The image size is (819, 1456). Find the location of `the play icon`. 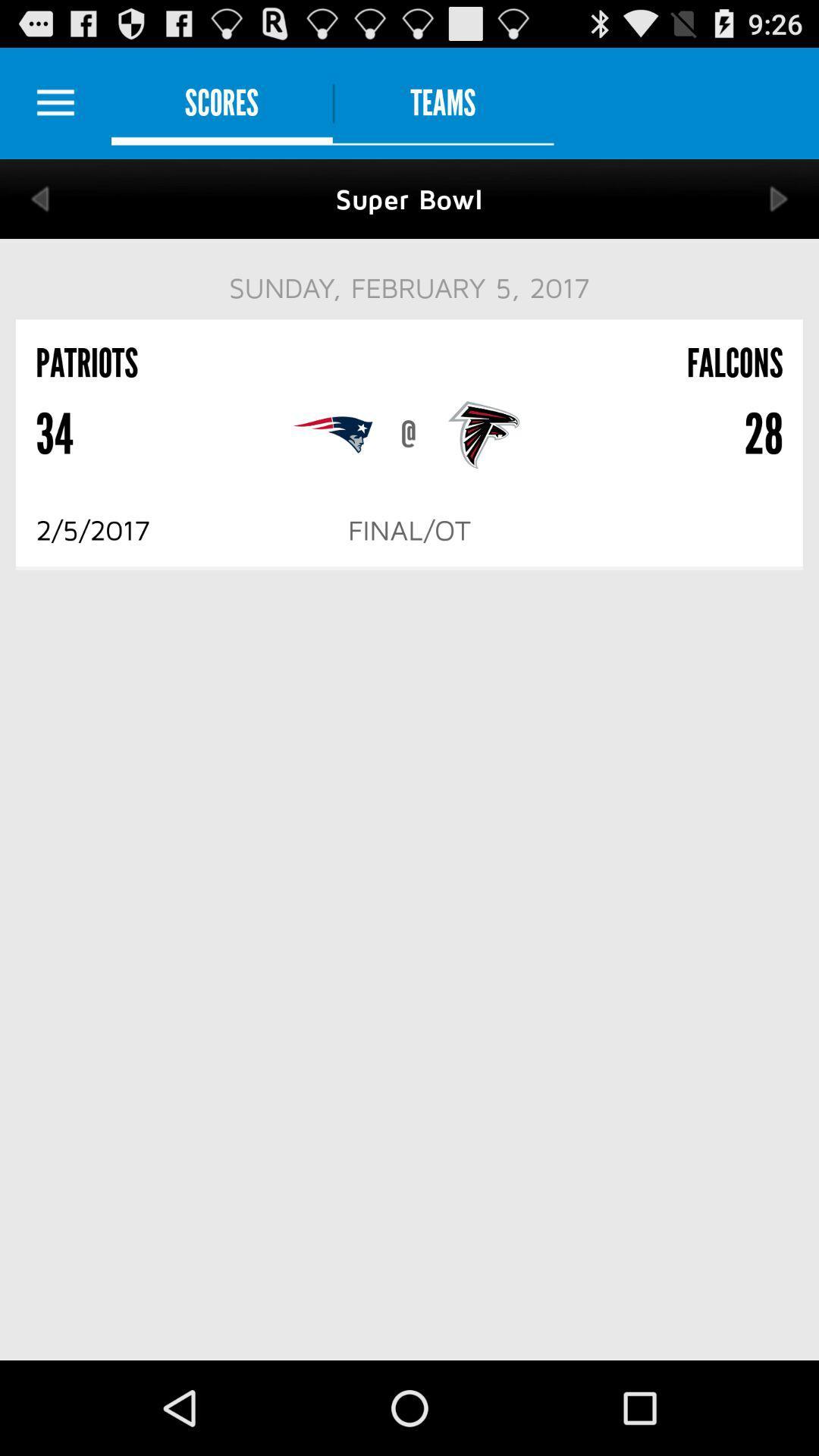

the play icon is located at coordinates (779, 212).